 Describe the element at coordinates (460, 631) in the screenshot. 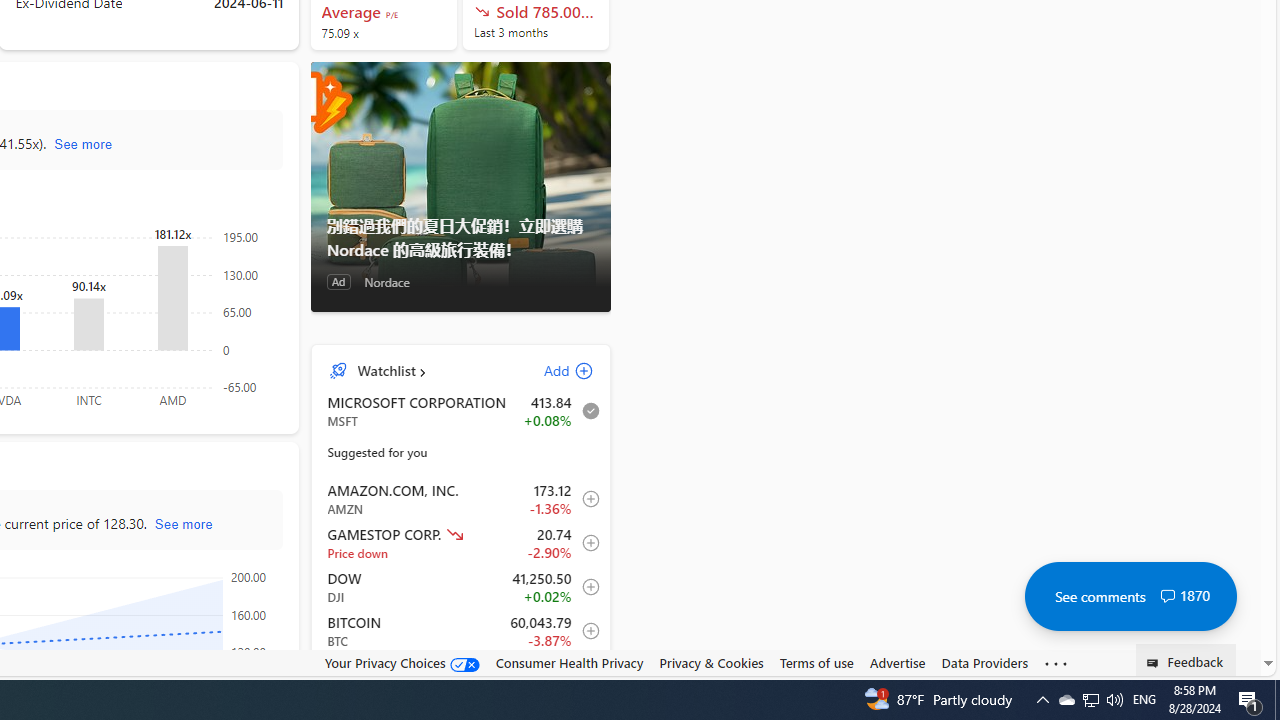

I see `'BTC Bitcoin decrease 60,043.79 -2,323.69 -3.87% item3'` at that location.